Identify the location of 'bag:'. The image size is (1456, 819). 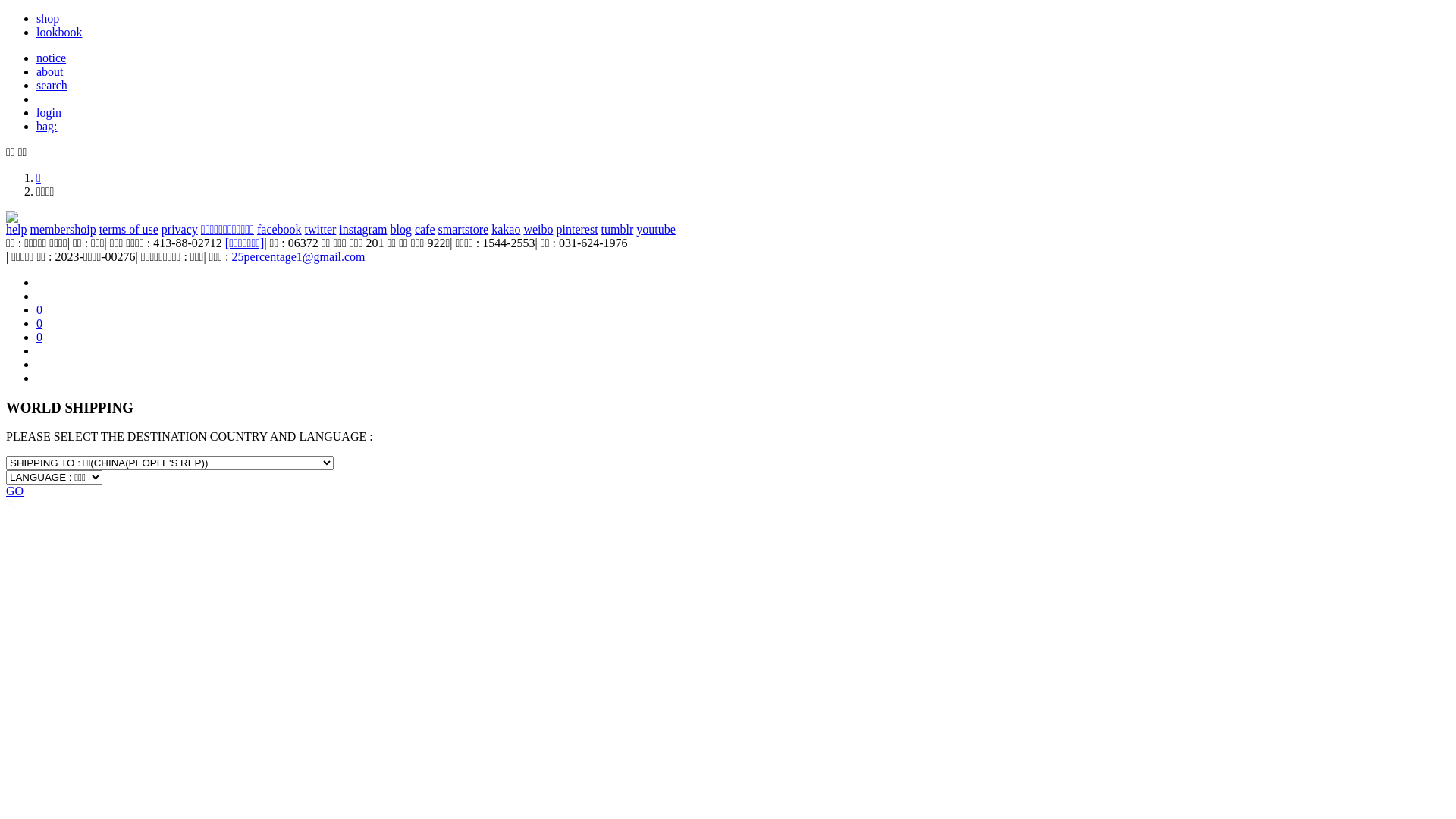
(47, 125).